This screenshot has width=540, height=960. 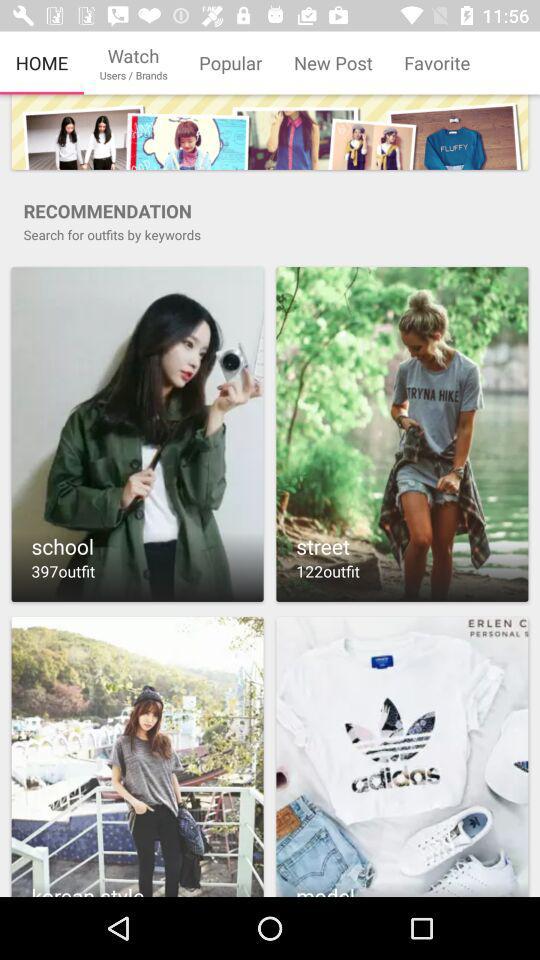 What do you see at coordinates (270, 131) in the screenshot?
I see `the first image on the web page` at bounding box center [270, 131].